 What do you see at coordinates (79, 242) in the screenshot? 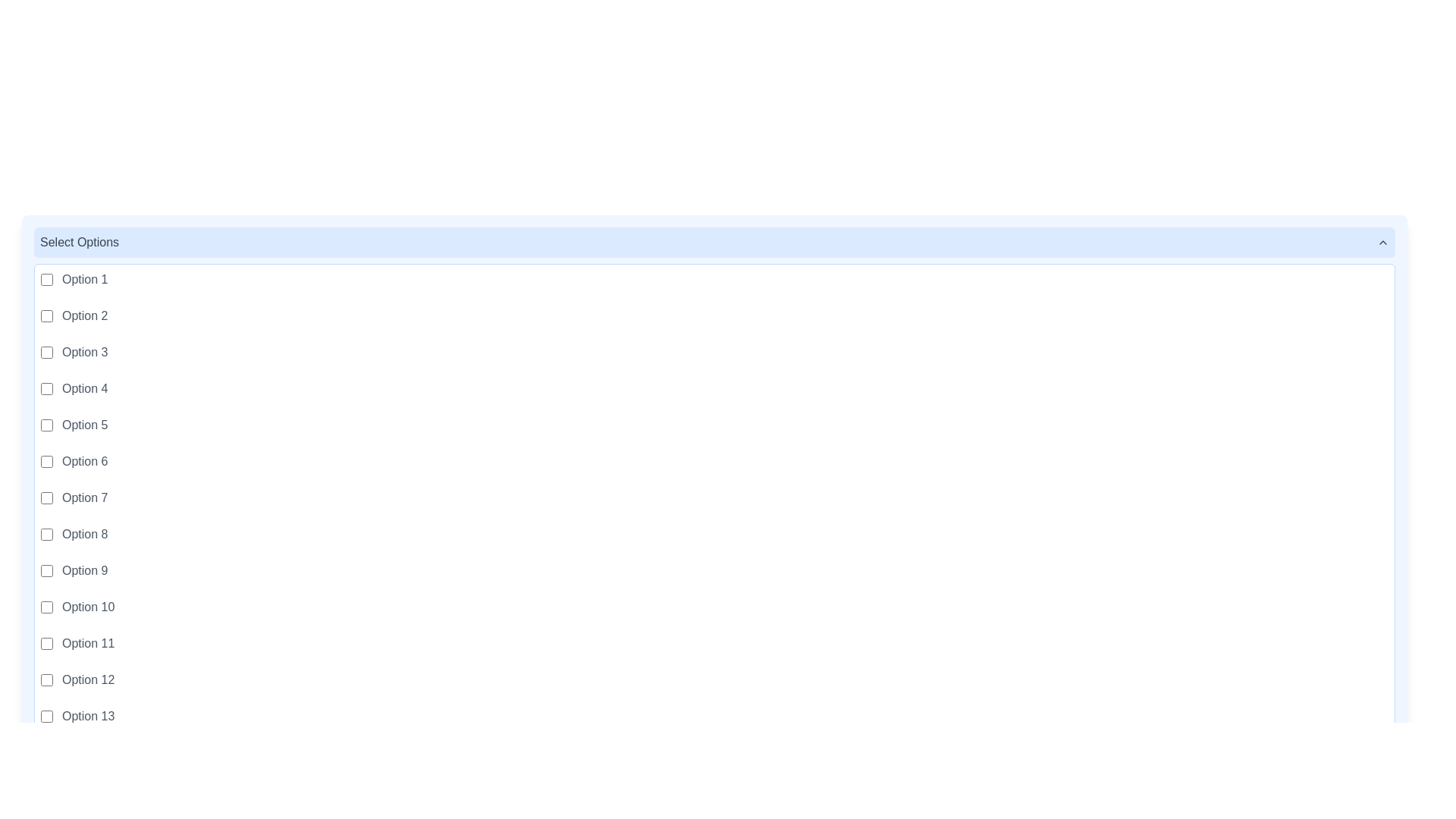
I see `the static text label located at the top left of the dropdown menu, which indicates the purpose of the related component` at bounding box center [79, 242].